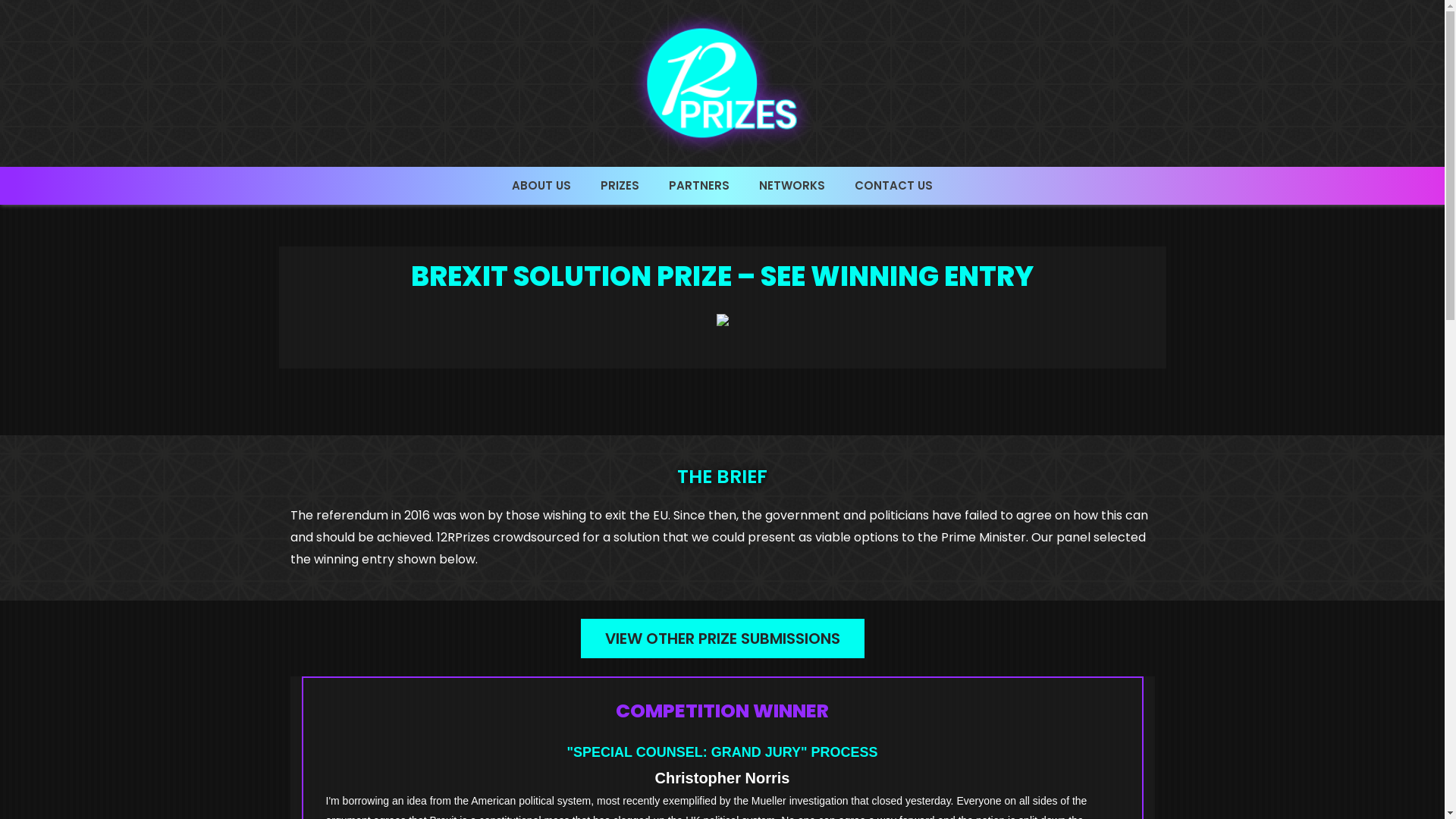  What do you see at coordinates (791, 185) in the screenshot?
I see `'NETWORKS'` at bounding box center [791, 185].